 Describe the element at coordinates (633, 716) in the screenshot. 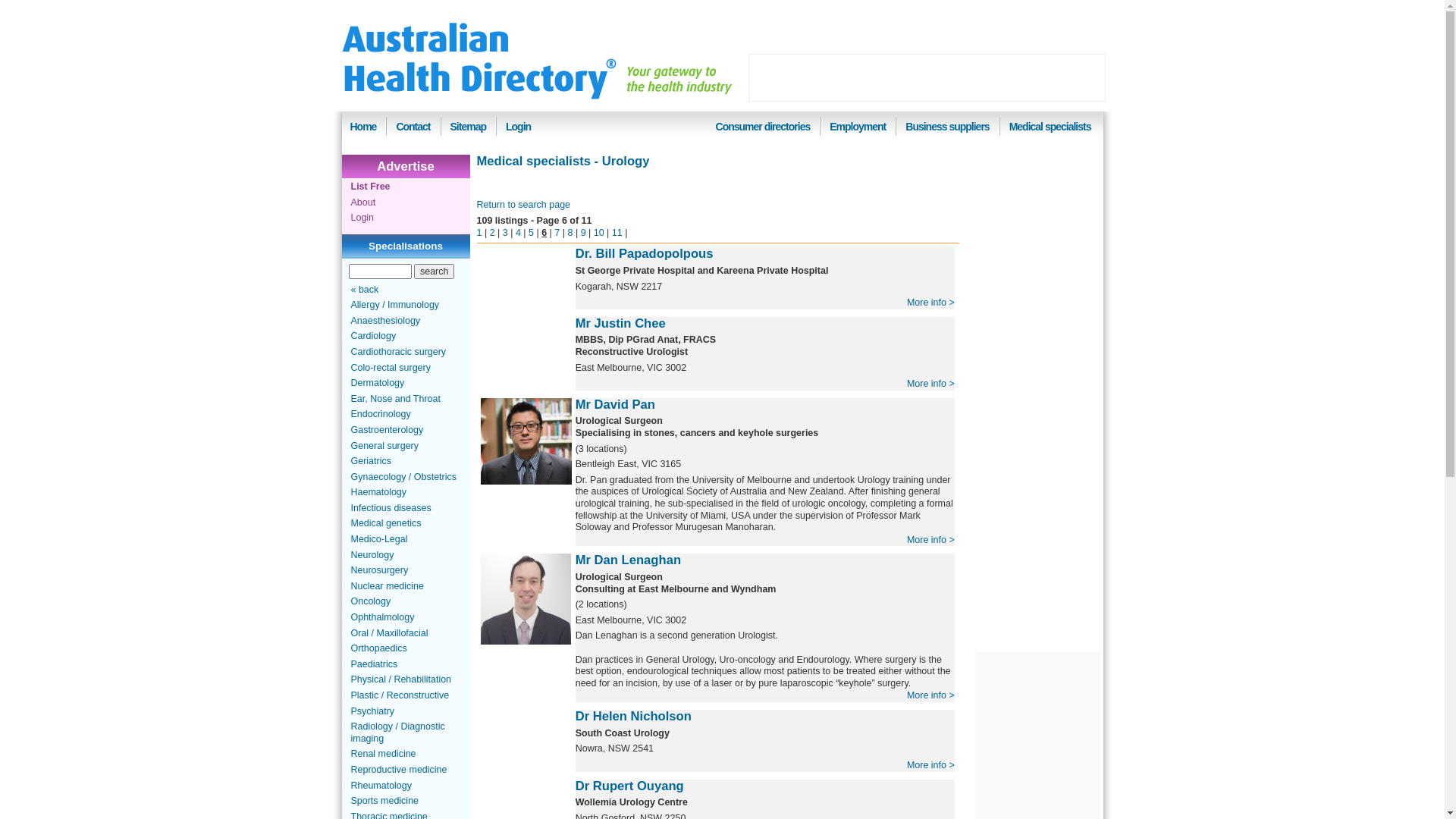

I see `'Dr Helen Nicholson'` at that location.